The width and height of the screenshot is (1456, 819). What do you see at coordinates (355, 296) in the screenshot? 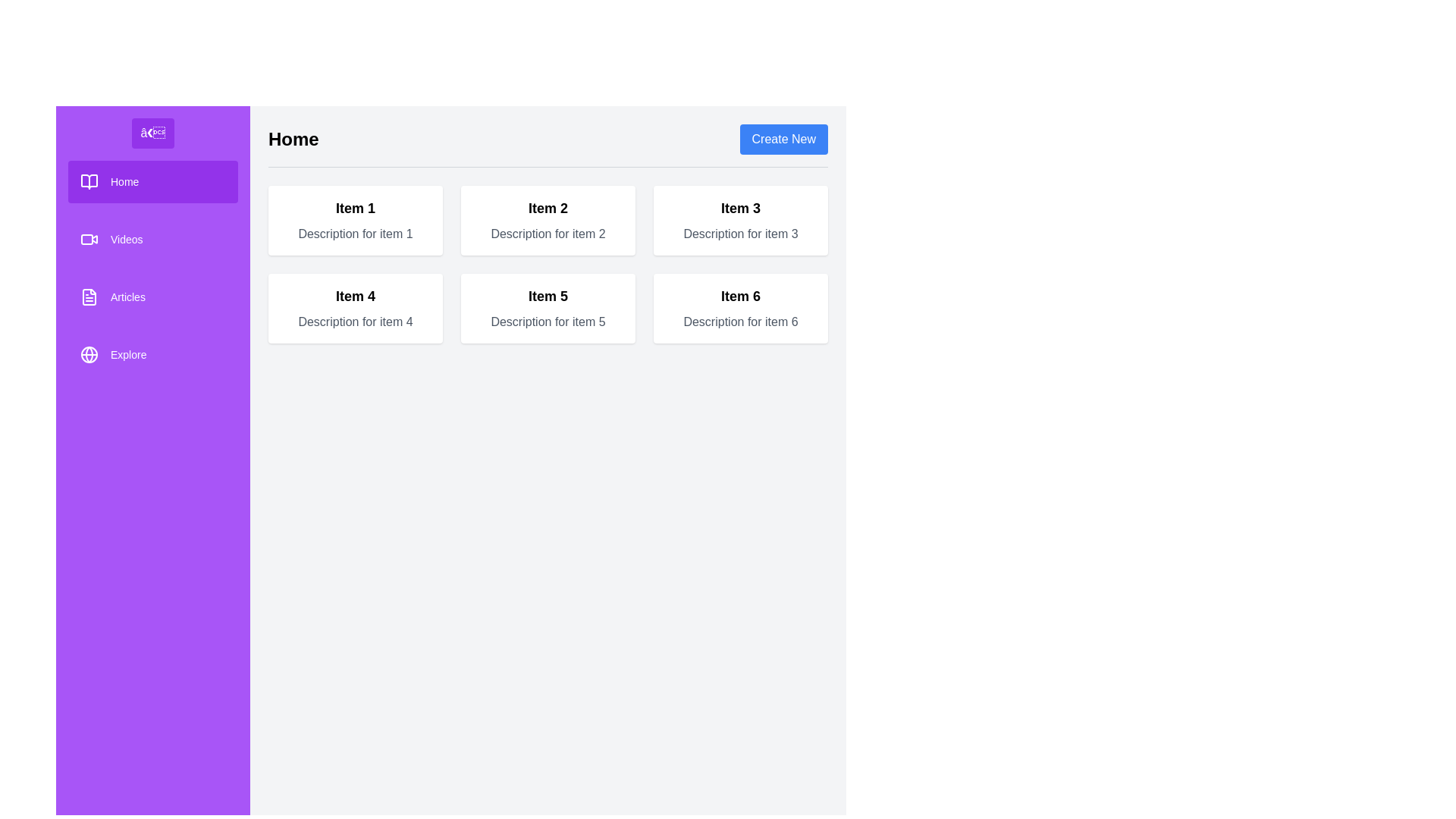
I see `the text element that serves as a title or label for the item, which is positioned above the description text 'Description for item 4' in the grid layout` at bounding box center [355, 296].